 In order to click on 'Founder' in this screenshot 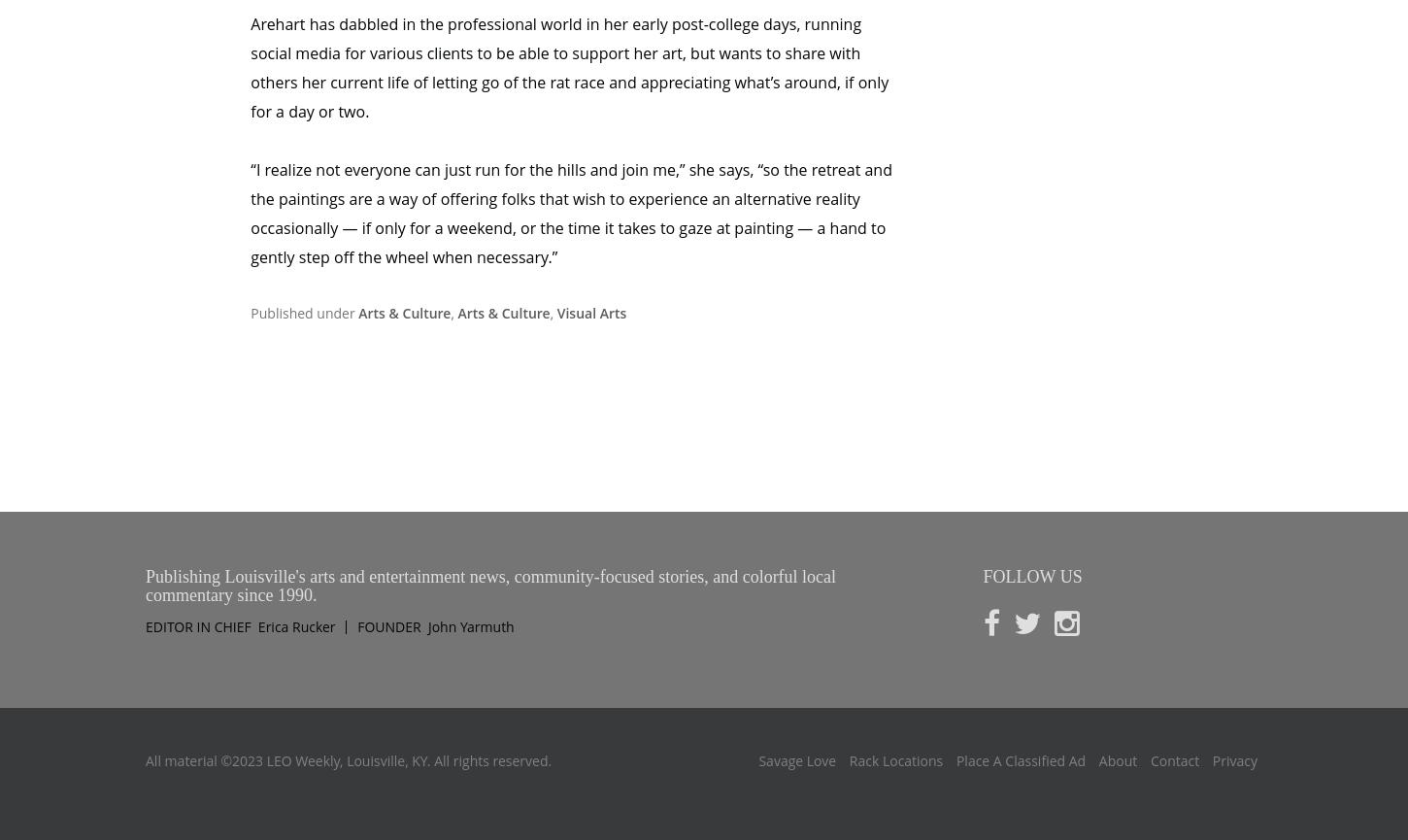, I will do `click(389, 544)`.